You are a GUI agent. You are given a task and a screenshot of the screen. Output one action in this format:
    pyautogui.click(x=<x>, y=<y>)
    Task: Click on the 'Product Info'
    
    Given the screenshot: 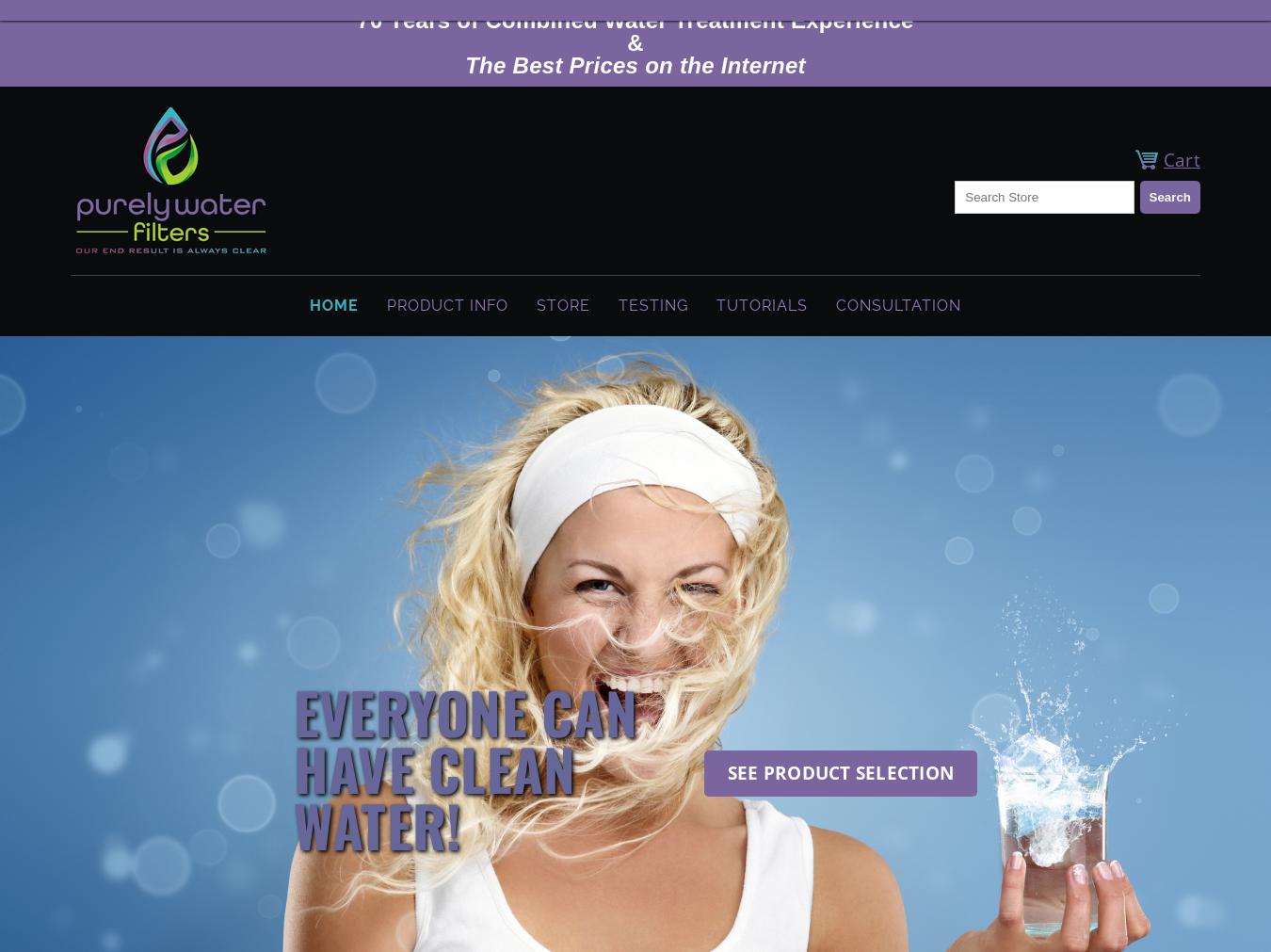 What is the action you would take?
    pyautogui.click(x=386, y=305)
    